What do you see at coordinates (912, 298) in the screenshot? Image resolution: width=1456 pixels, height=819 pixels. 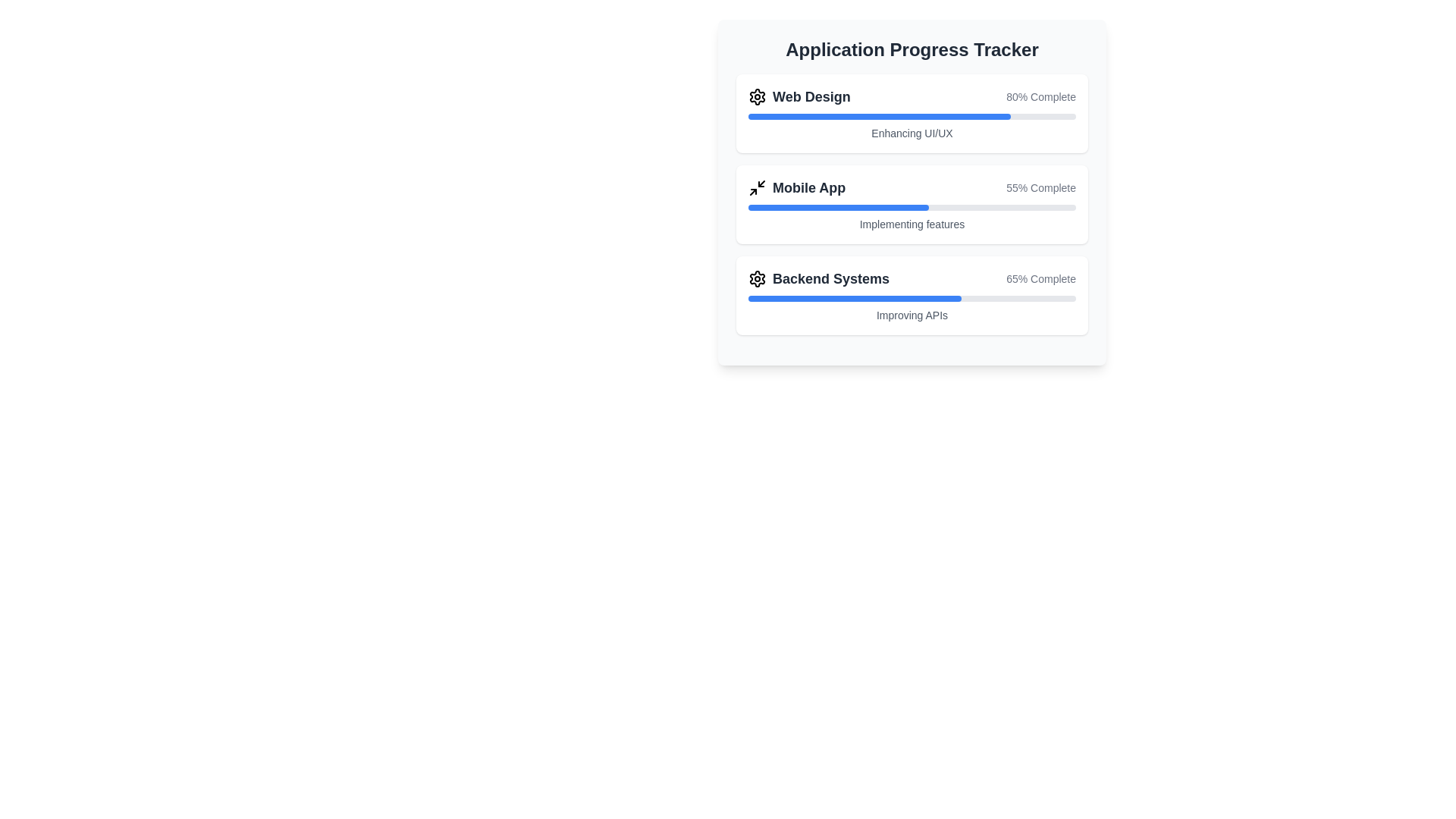 I see `the progress represented by the third progress bar in the 'Application Progress Tracker' card, indicating 65% completion of the task 'Backend Systems'` at bounding box center [912, 298].